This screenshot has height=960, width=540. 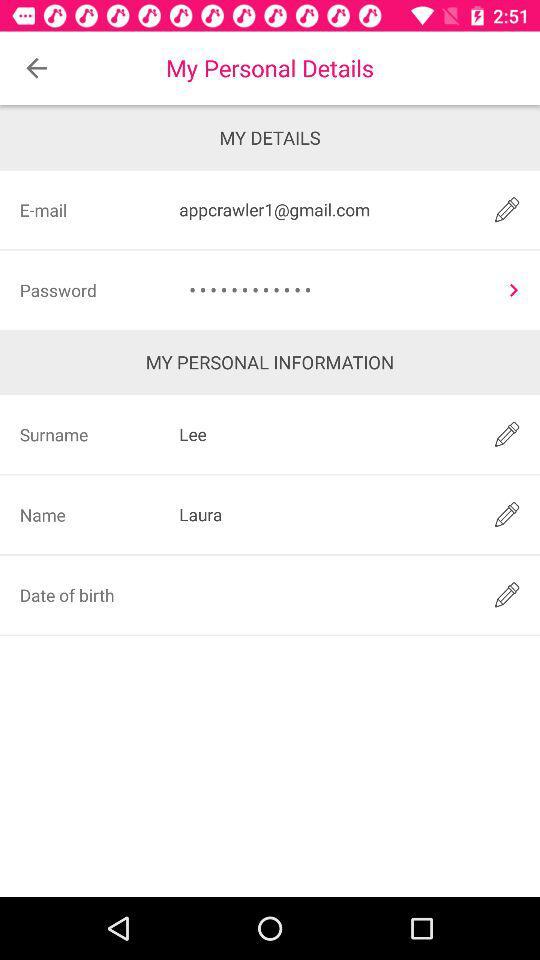 What do you see at coordinates (507, 434) in the screenshot?
I see `the edit icon` at bounding box center [507, 434].